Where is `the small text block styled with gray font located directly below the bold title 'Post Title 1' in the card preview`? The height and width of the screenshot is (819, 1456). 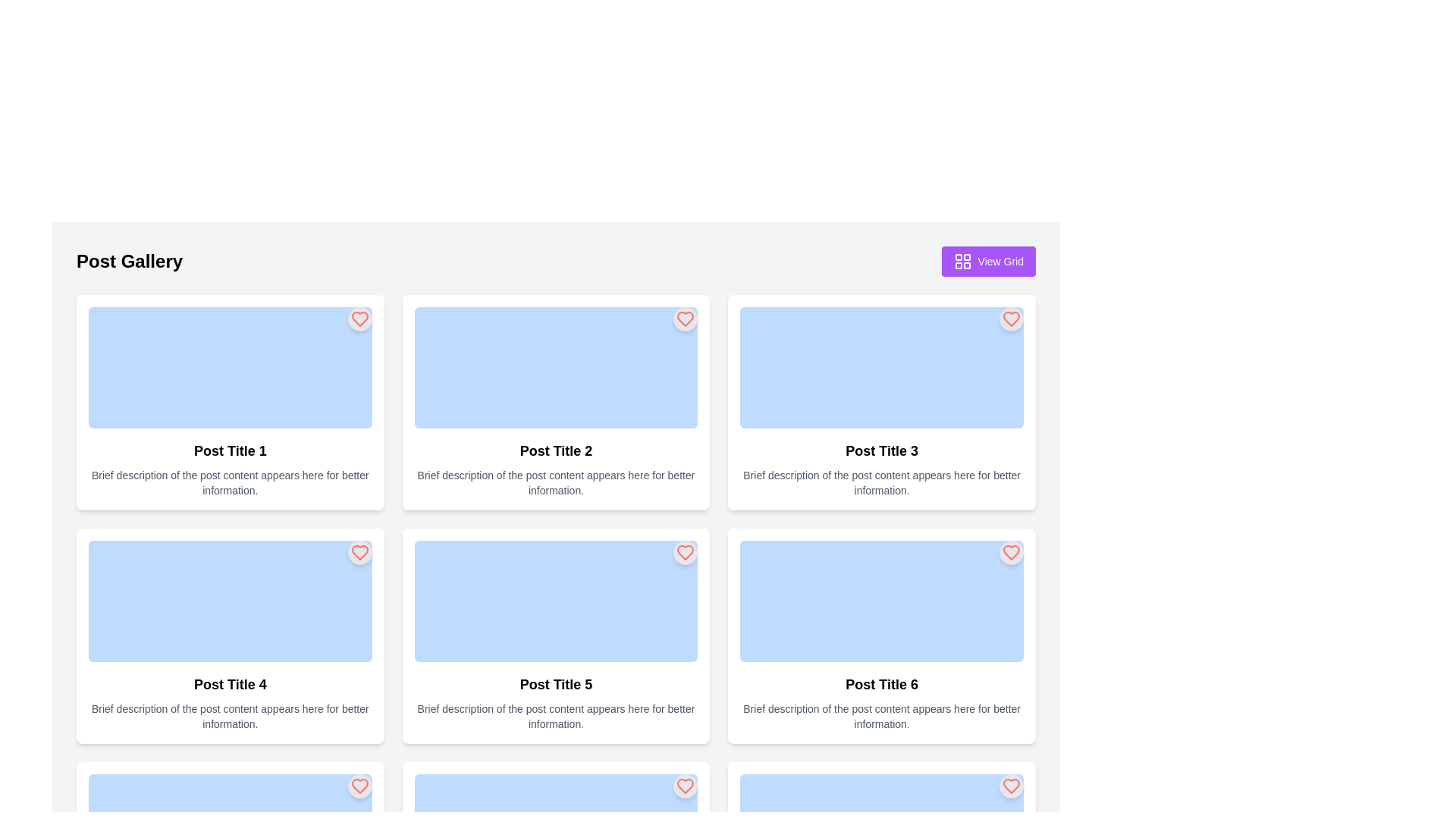
the small text block styled with gray font located directly below the bold title 'Post Title 1' in the card preview is located at coordinates (229, 482).